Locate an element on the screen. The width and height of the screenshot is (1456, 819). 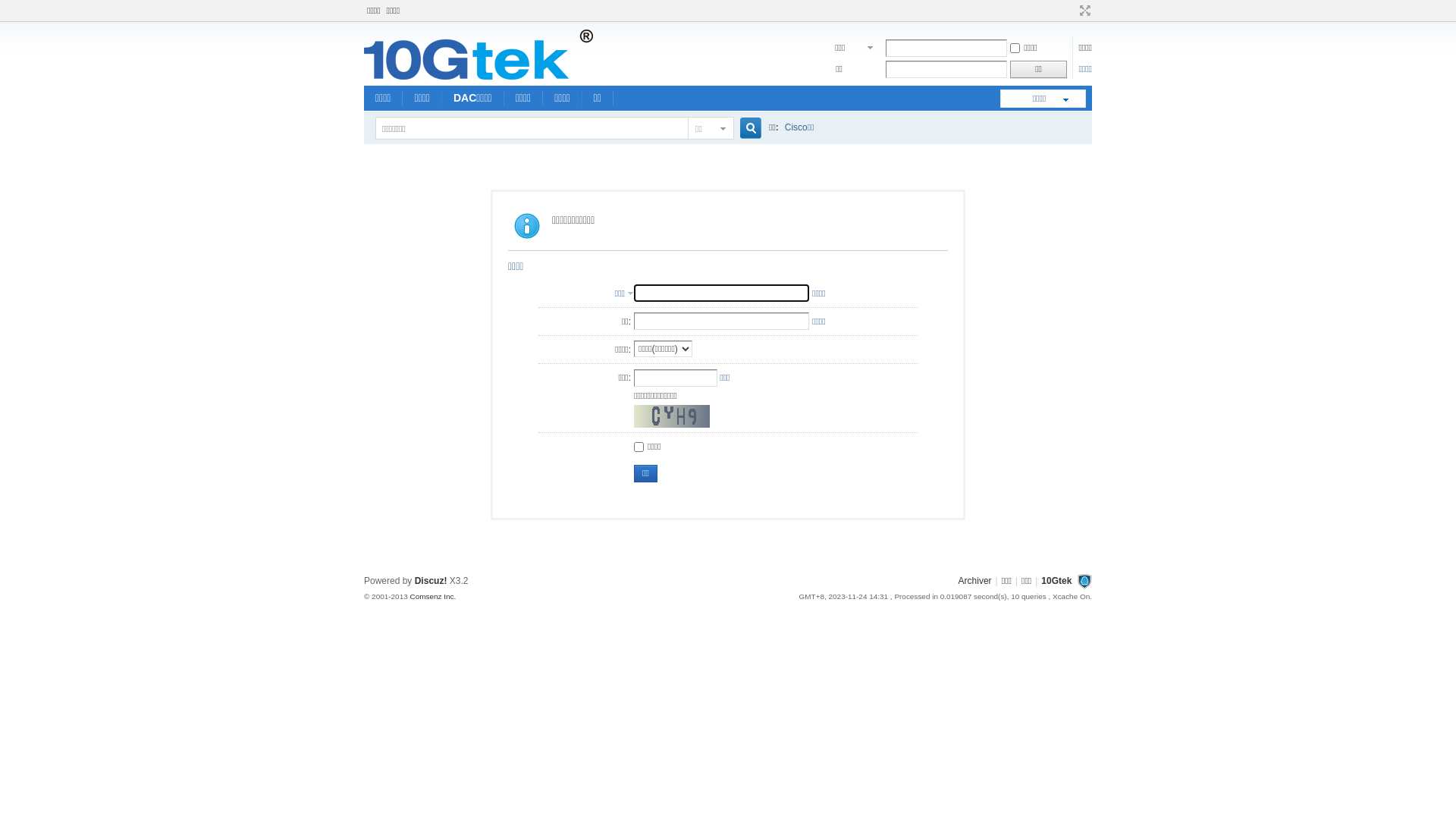
'Comsenz Inc.' is located at coordinates (431, 595).